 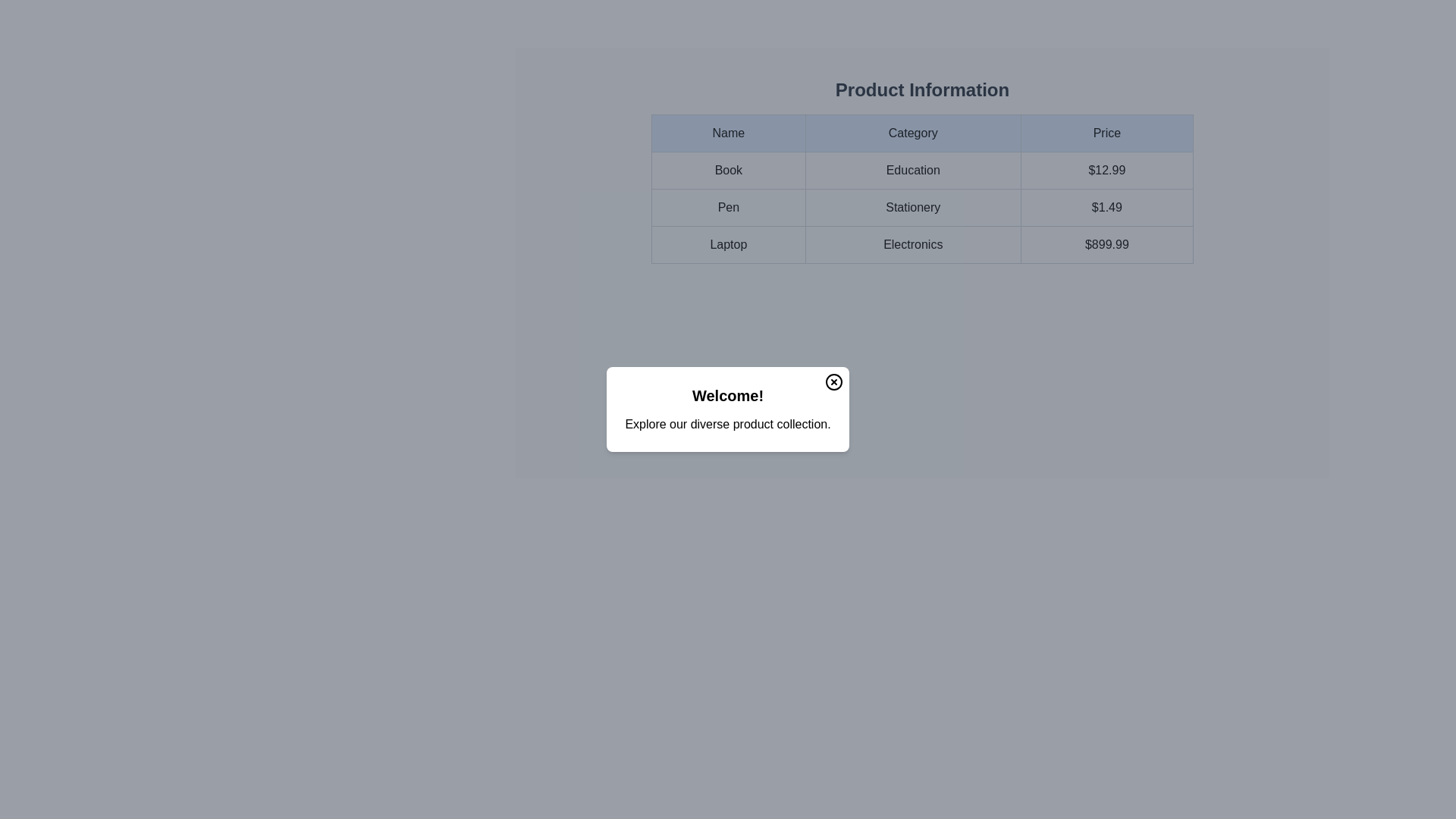 What do you see at coordinates (921, 133) in the screenshot?
I see `text in the Table Header Row of the 'Product Information' table to understand the columns 'Name', 'Category', and 'Price'` at bounding box center [921, 133].